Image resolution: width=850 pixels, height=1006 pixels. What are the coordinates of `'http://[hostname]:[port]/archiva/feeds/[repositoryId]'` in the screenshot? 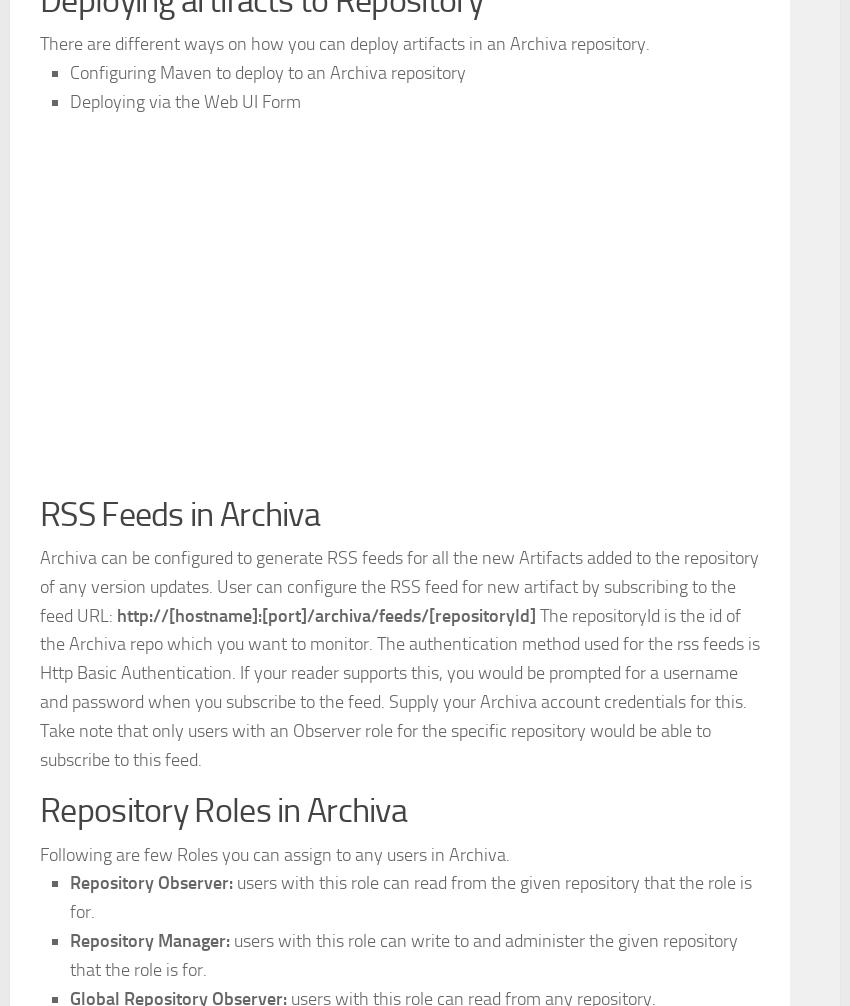 It's located at (326, 894).